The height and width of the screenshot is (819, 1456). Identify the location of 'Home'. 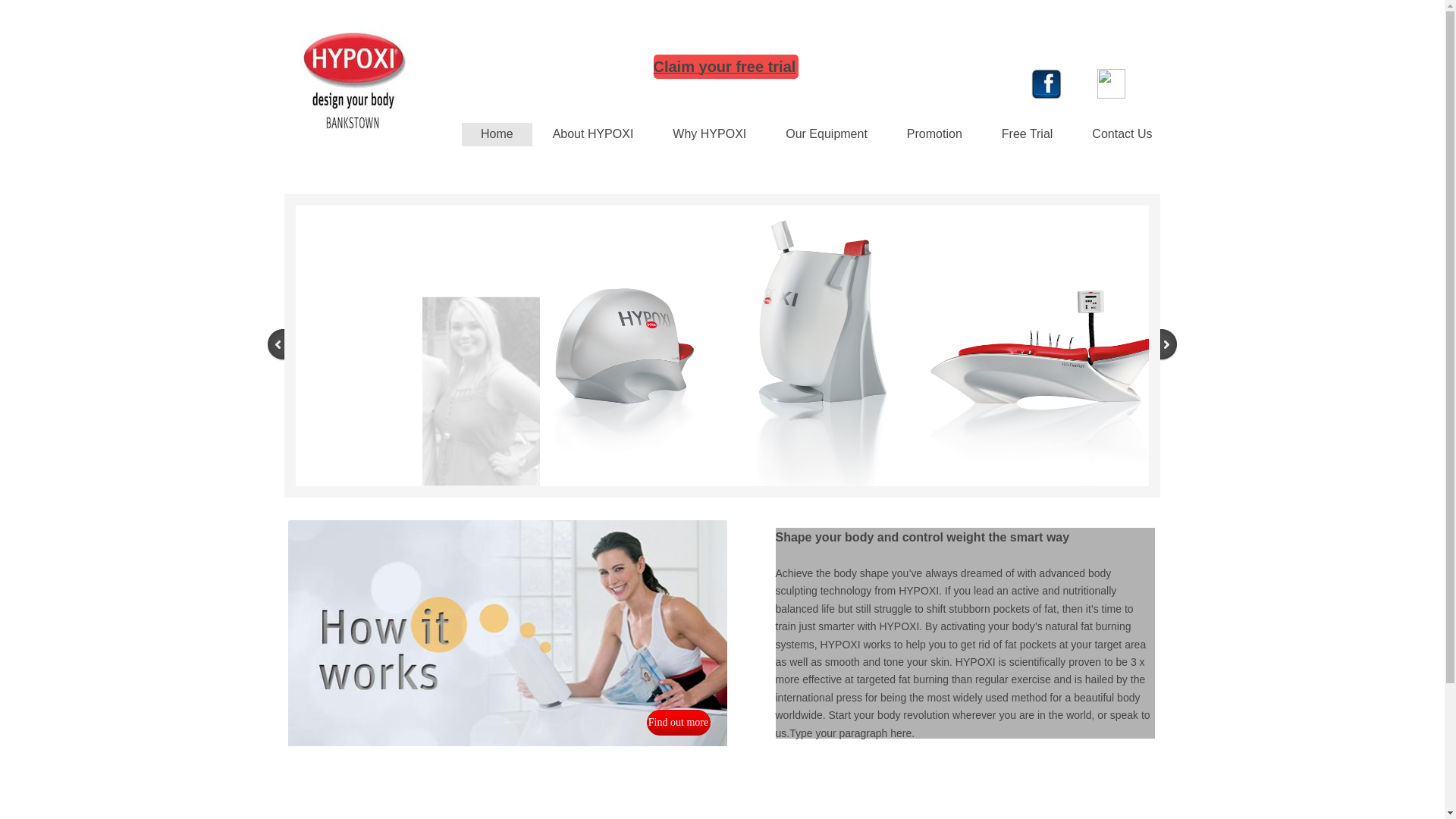
(461, 133).